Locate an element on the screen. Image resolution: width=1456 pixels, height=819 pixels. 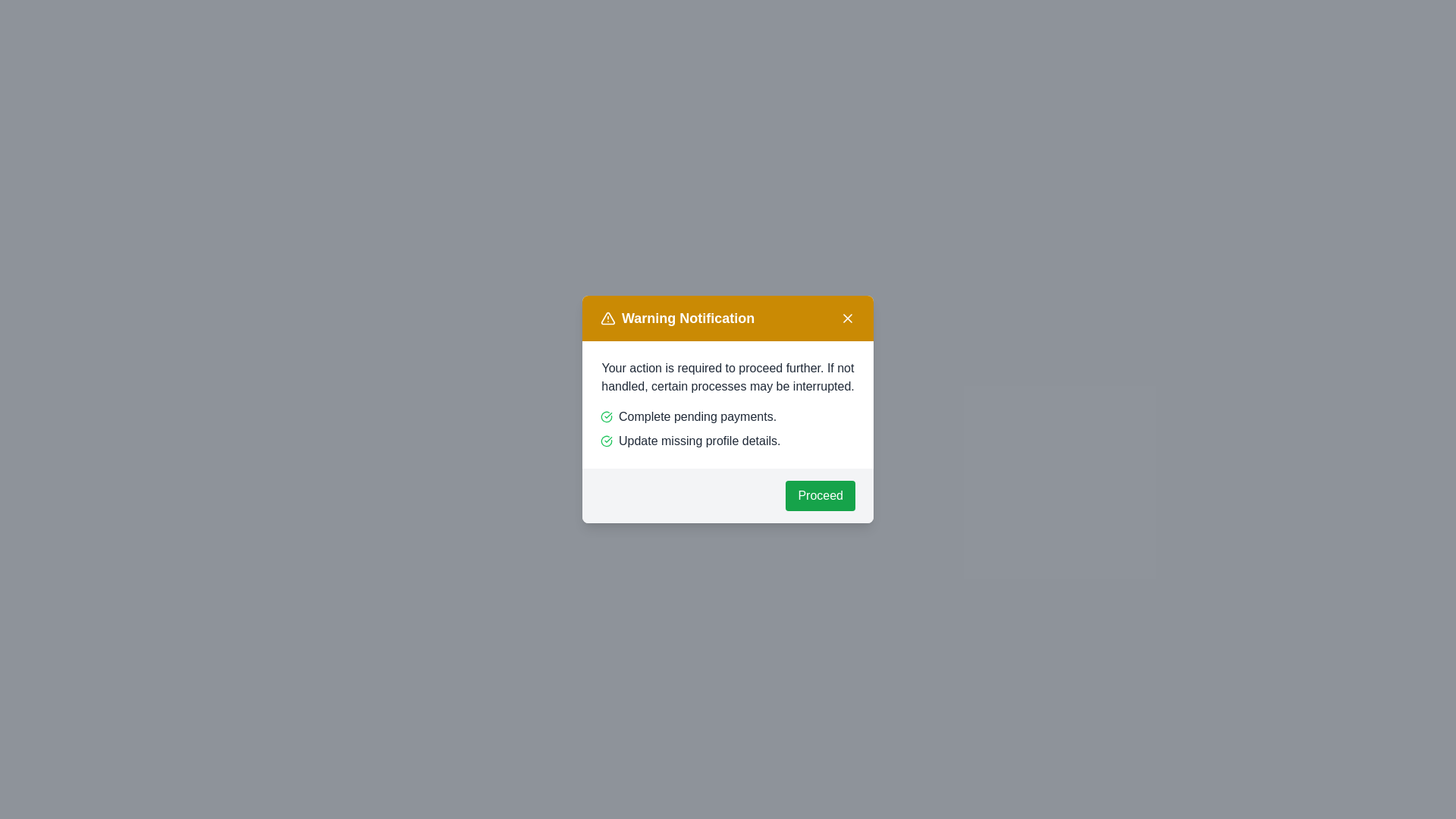
the alert icon located at the top-left of the notification dialog box before the title text 'Warning Notification' is located at coordinates (607, 318).